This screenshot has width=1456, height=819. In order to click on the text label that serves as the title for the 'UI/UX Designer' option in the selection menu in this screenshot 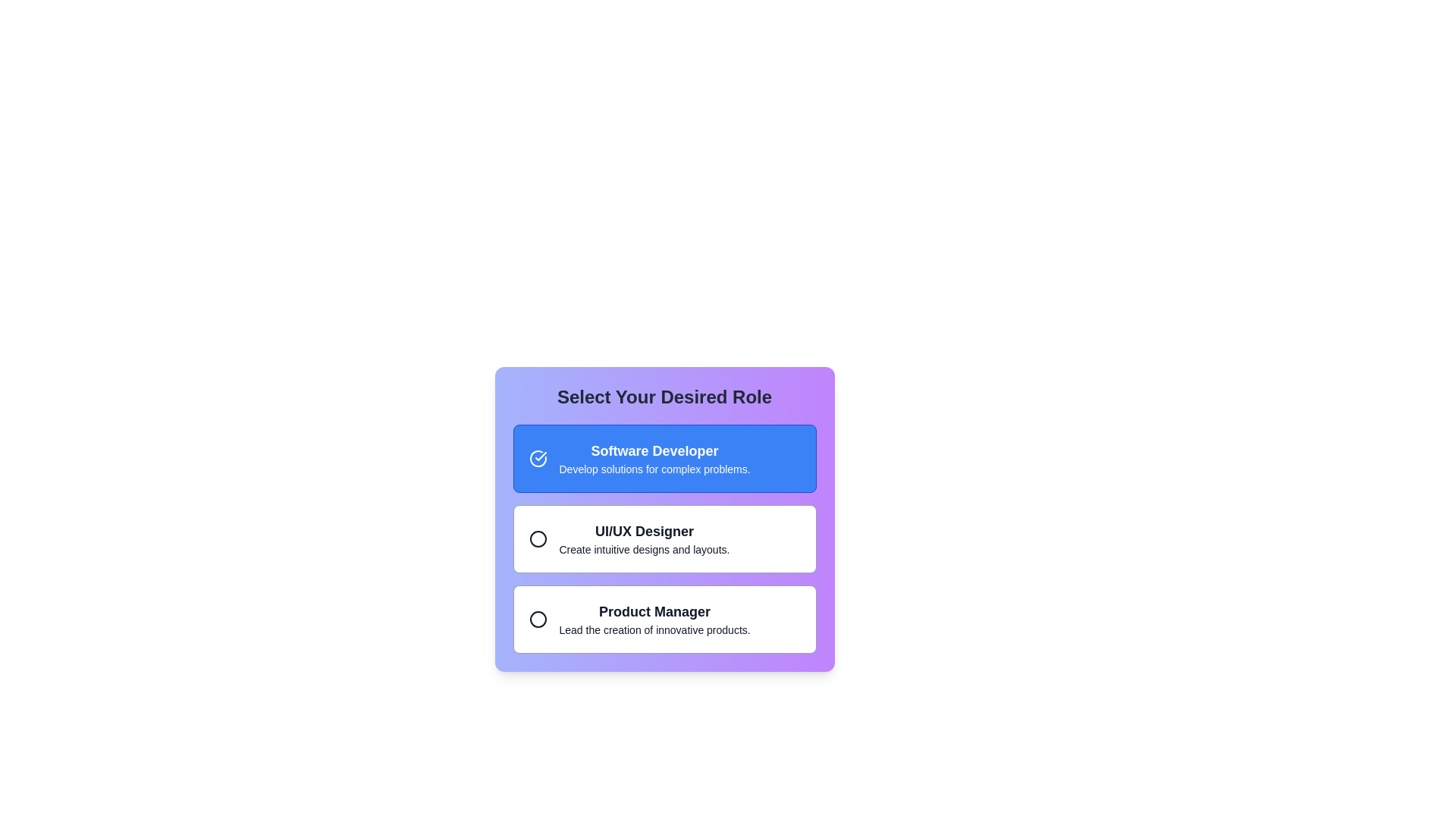, I will do `click(644, 531)`.